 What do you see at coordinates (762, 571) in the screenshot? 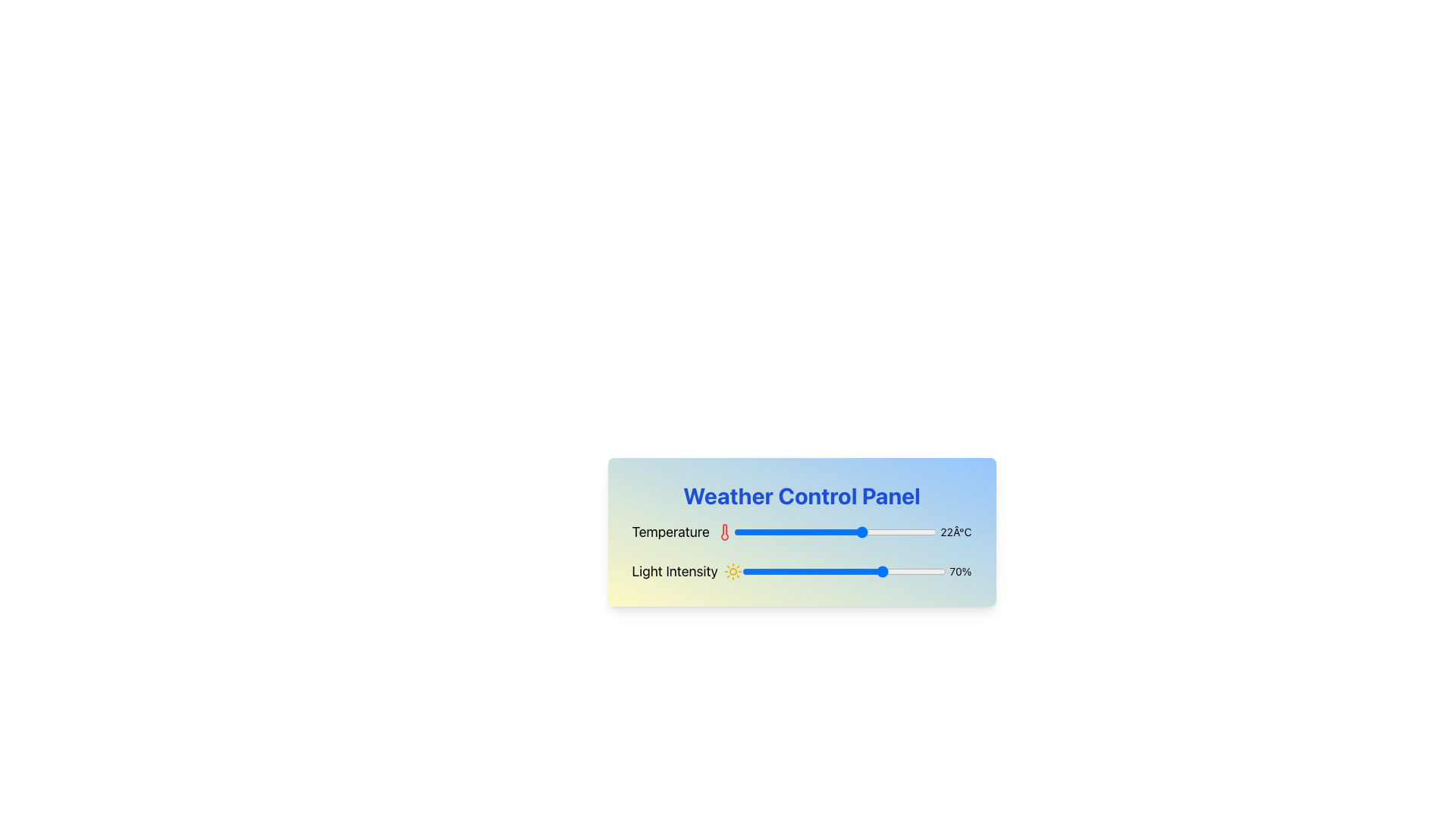
I see `light intensity` at bounding box center [762, 571].